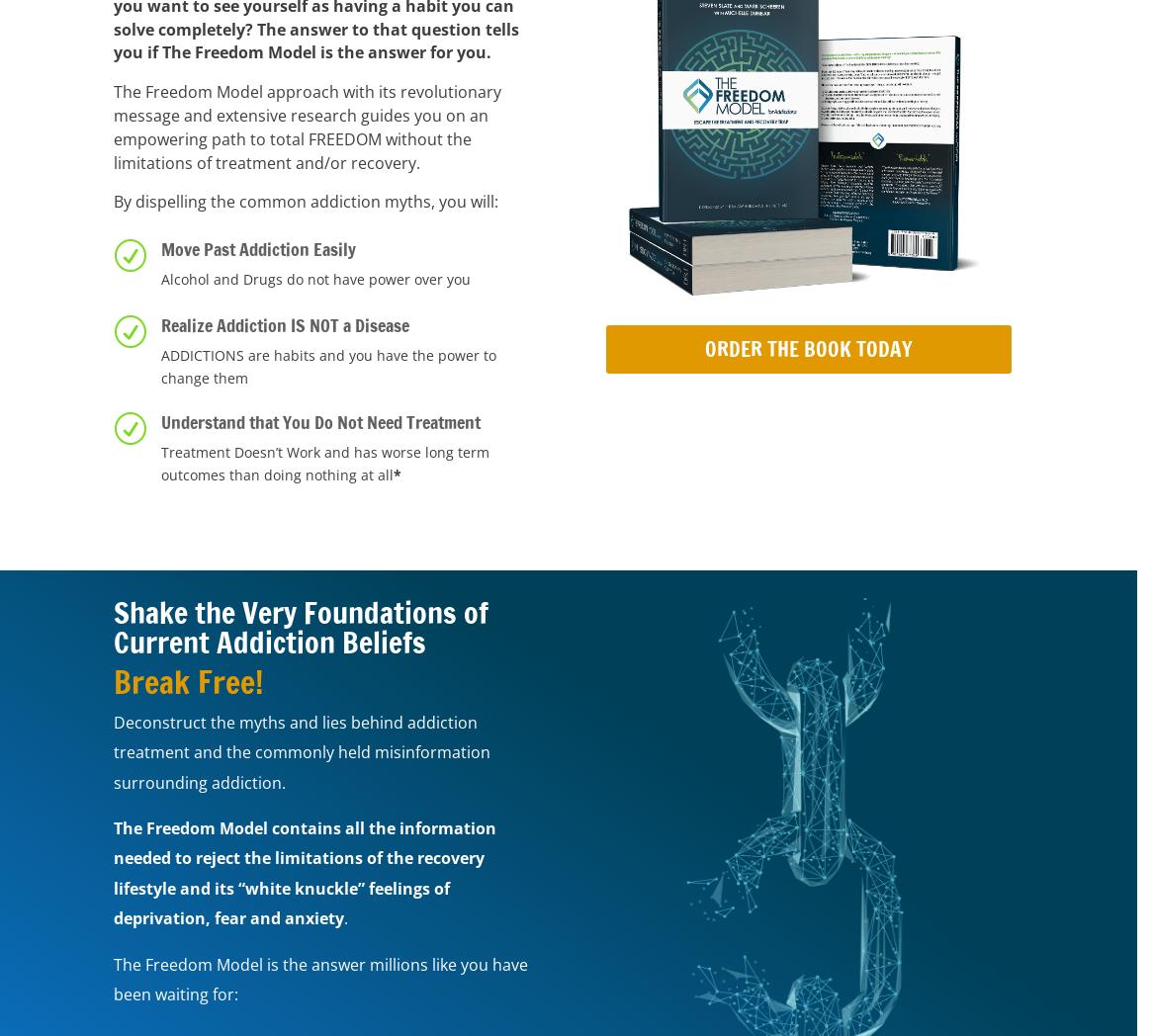 Image resolution: width=1153 pixels, height=1036 pixels. I want to click on 'ORDER THE BOOK TODAY', so click(808, 347).